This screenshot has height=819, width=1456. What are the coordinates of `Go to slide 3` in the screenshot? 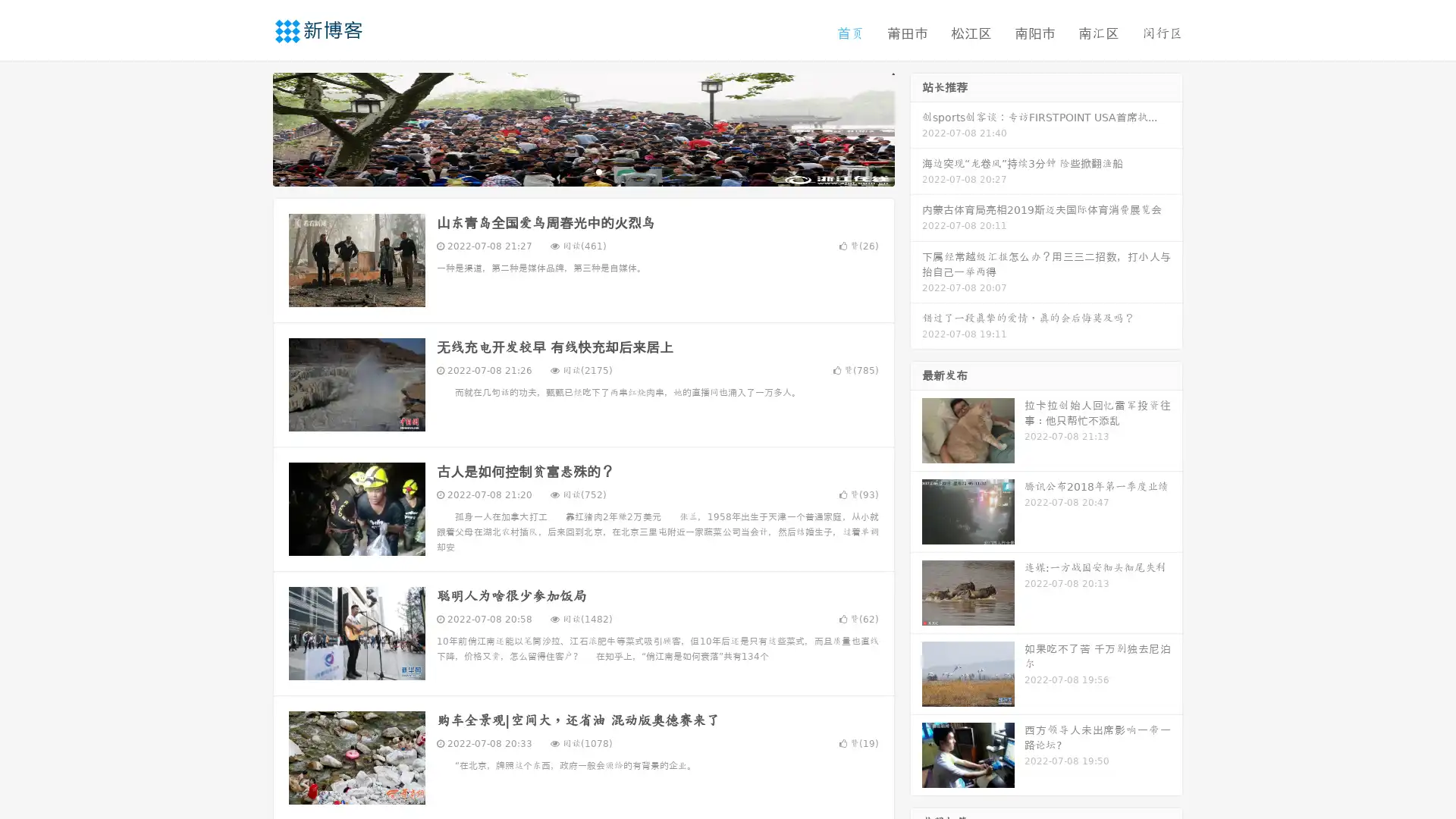 It's located at (598, 171).